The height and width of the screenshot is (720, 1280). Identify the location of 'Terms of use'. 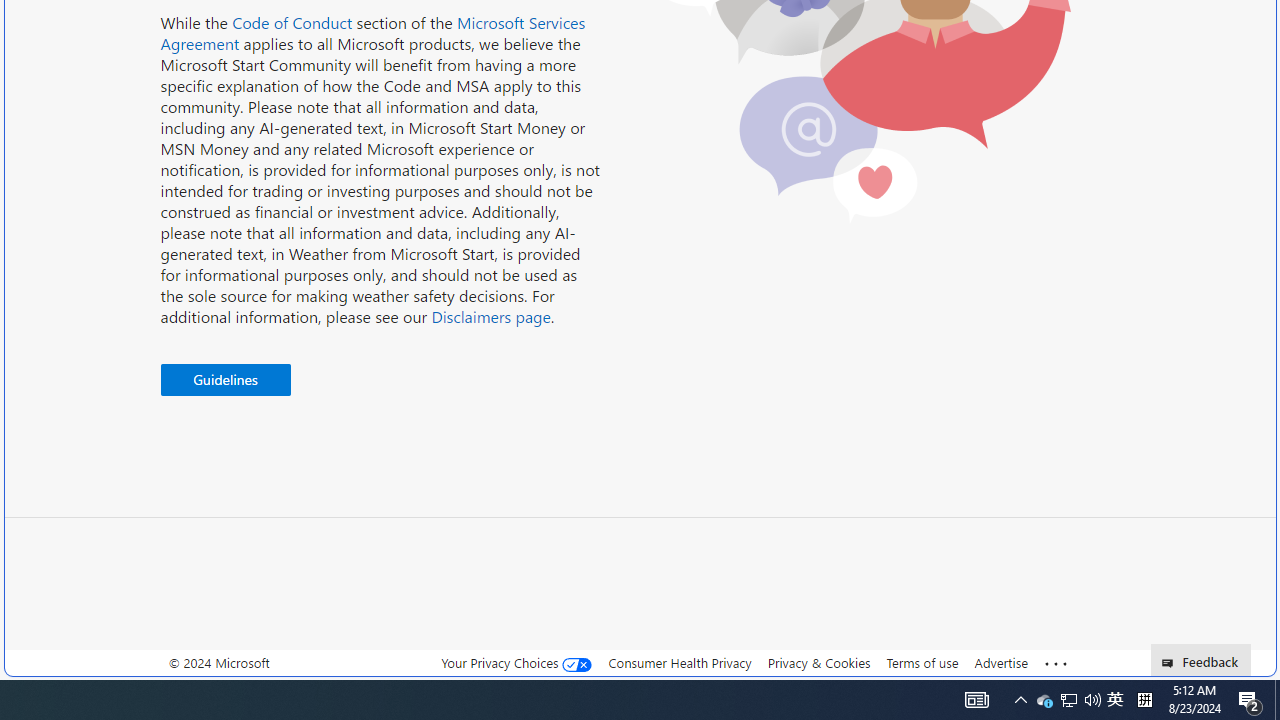
(921, 663).